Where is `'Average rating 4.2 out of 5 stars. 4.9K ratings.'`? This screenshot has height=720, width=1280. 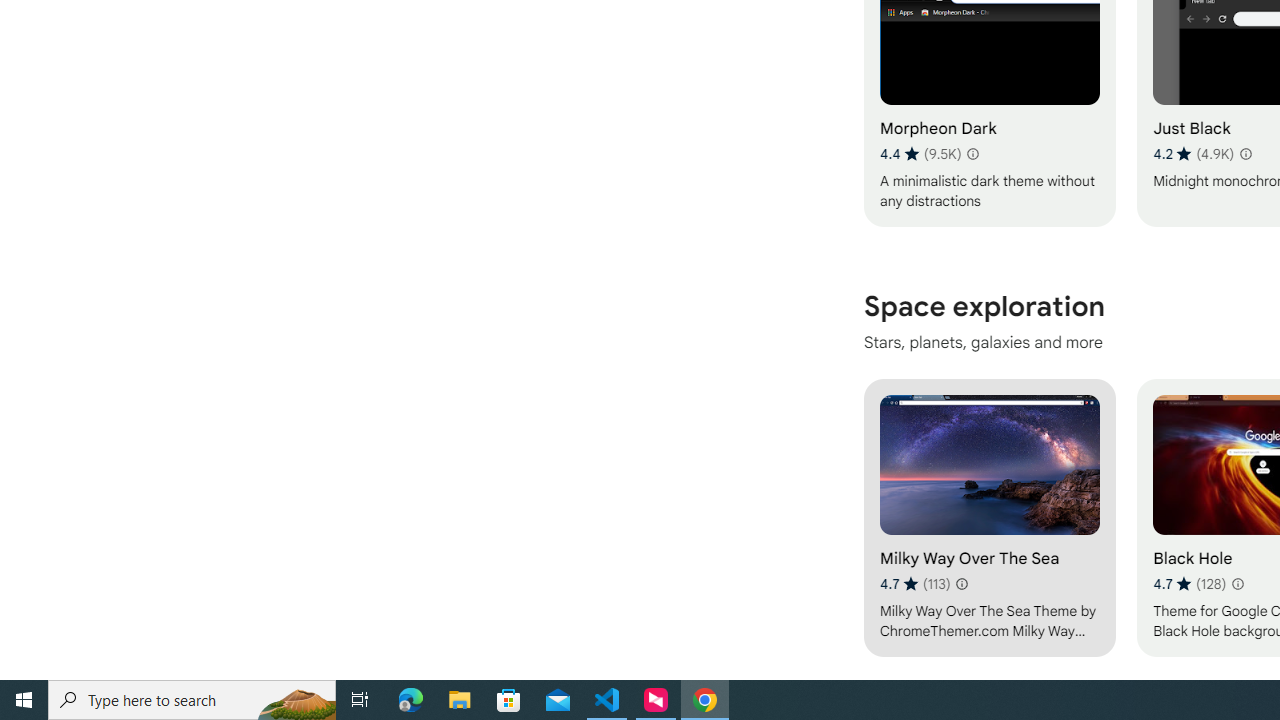
'Average rating 4.2 out of 5 stars. 4.9K ratings.' is located at coordinates (1192, 153).